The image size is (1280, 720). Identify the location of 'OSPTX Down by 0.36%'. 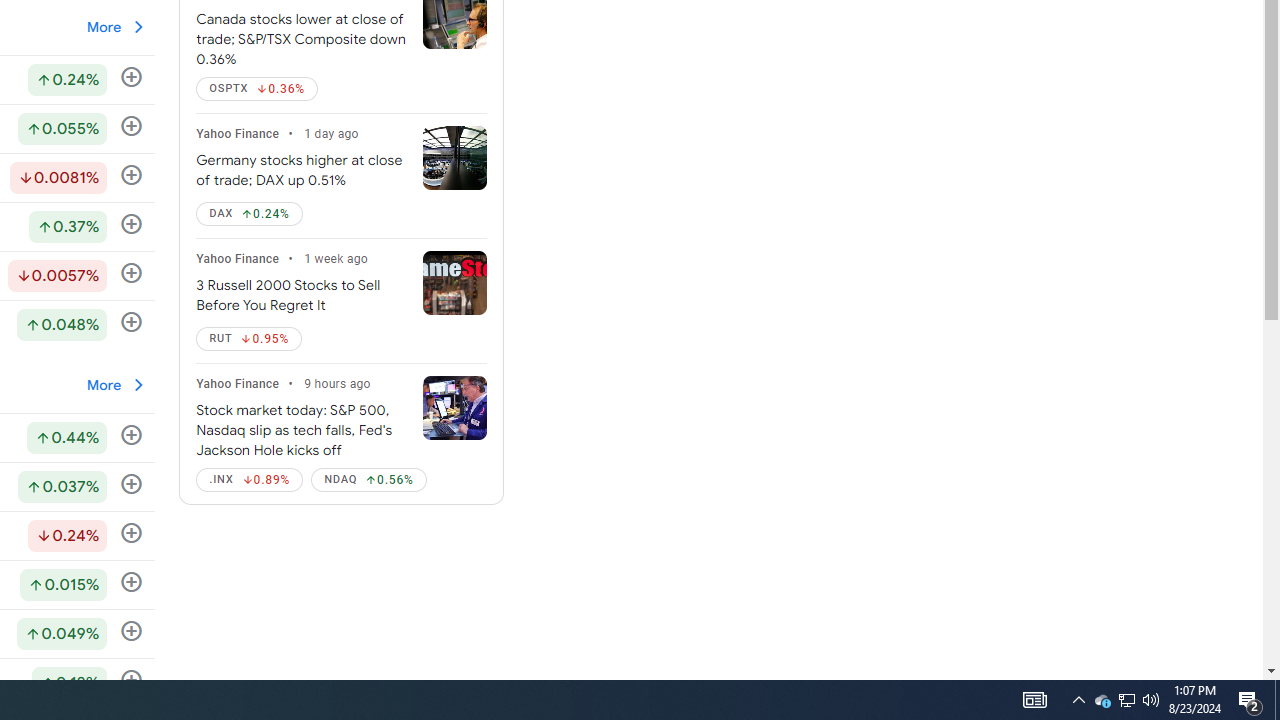
(255, 87).